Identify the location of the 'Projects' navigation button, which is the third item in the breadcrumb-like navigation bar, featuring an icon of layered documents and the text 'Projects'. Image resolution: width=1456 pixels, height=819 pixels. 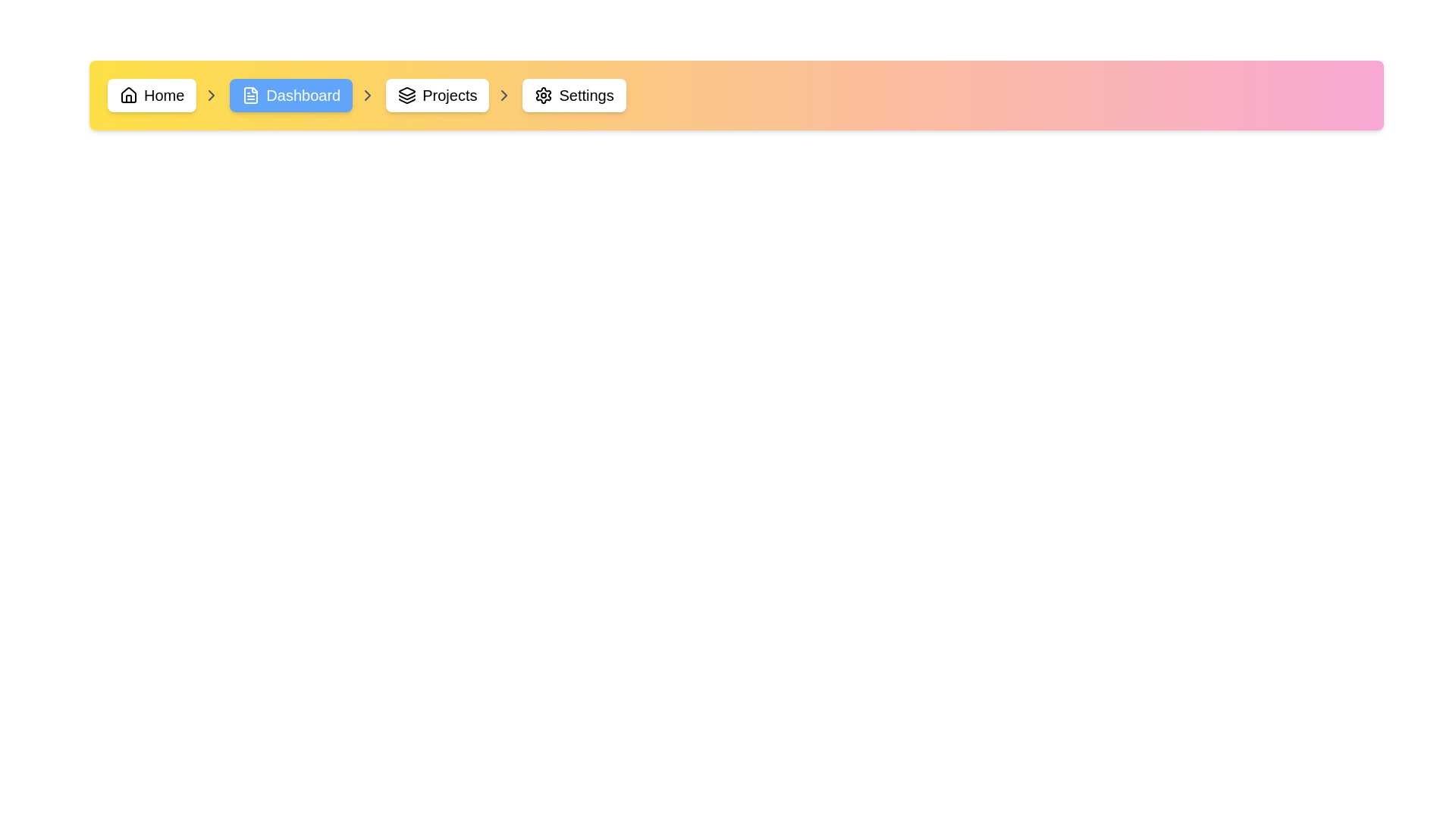
(449, 96).